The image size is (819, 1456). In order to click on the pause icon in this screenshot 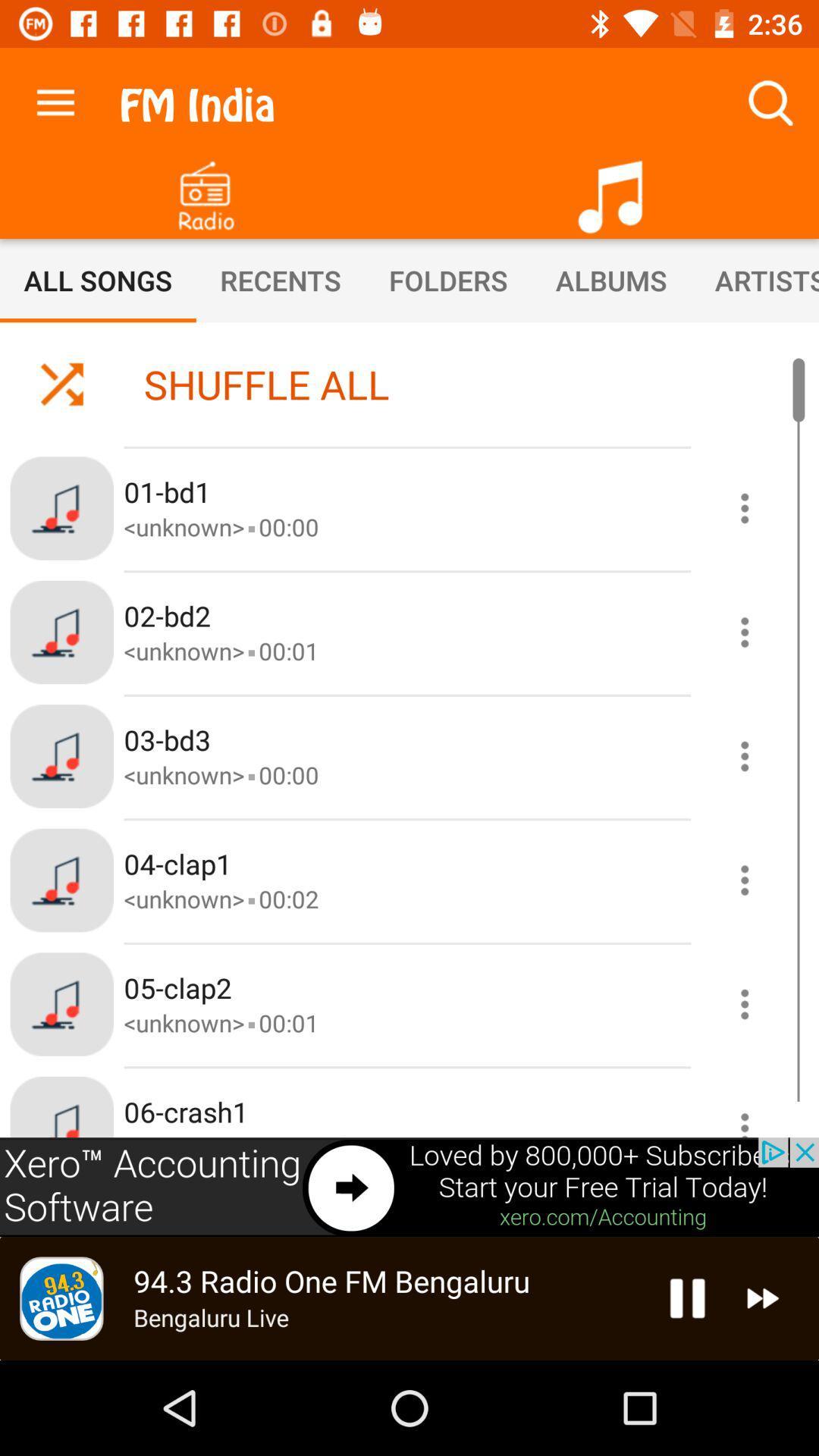, I will do `click(687, 1298)`.